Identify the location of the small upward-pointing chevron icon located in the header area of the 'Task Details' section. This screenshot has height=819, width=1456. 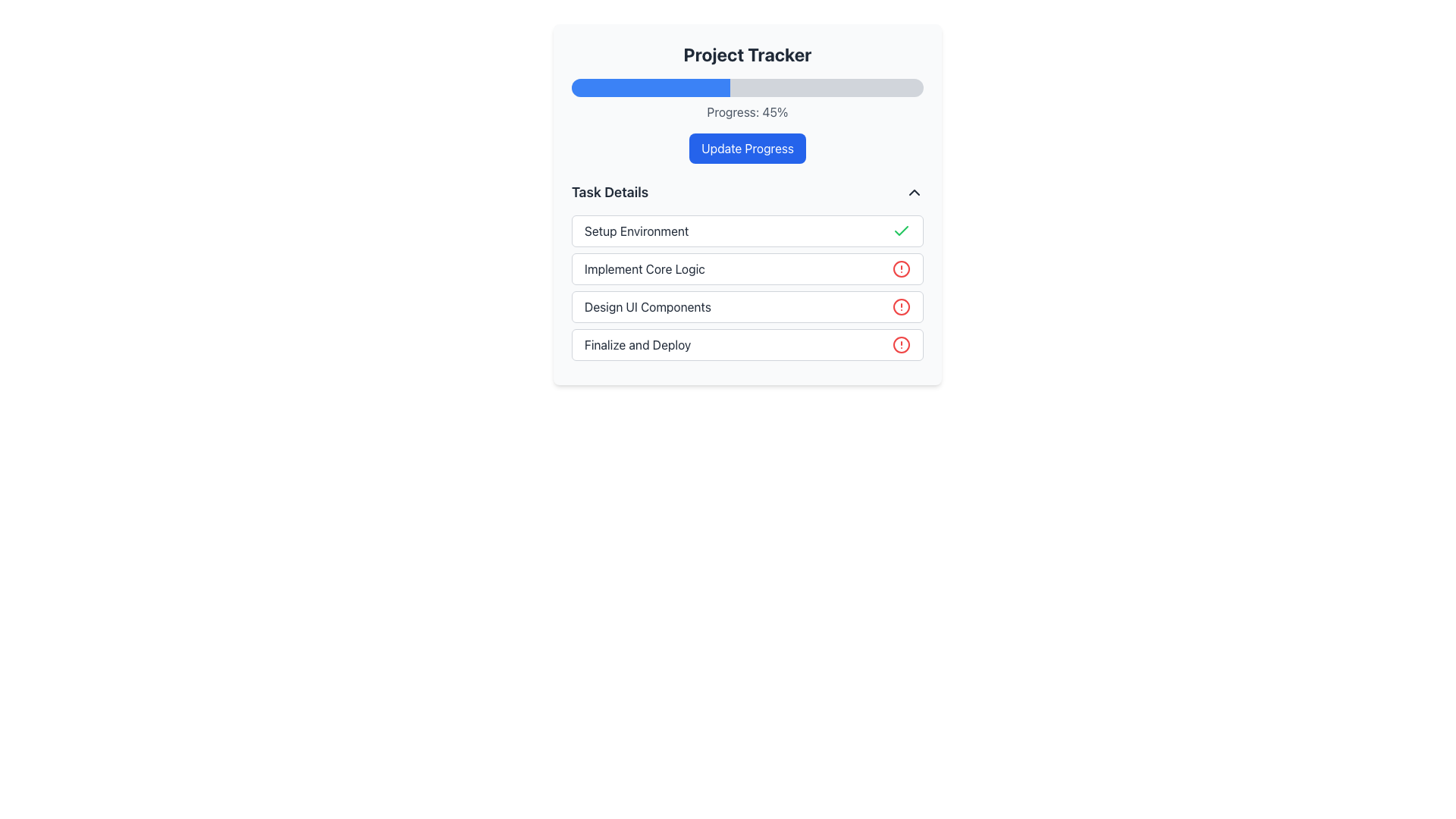
(913, 192).